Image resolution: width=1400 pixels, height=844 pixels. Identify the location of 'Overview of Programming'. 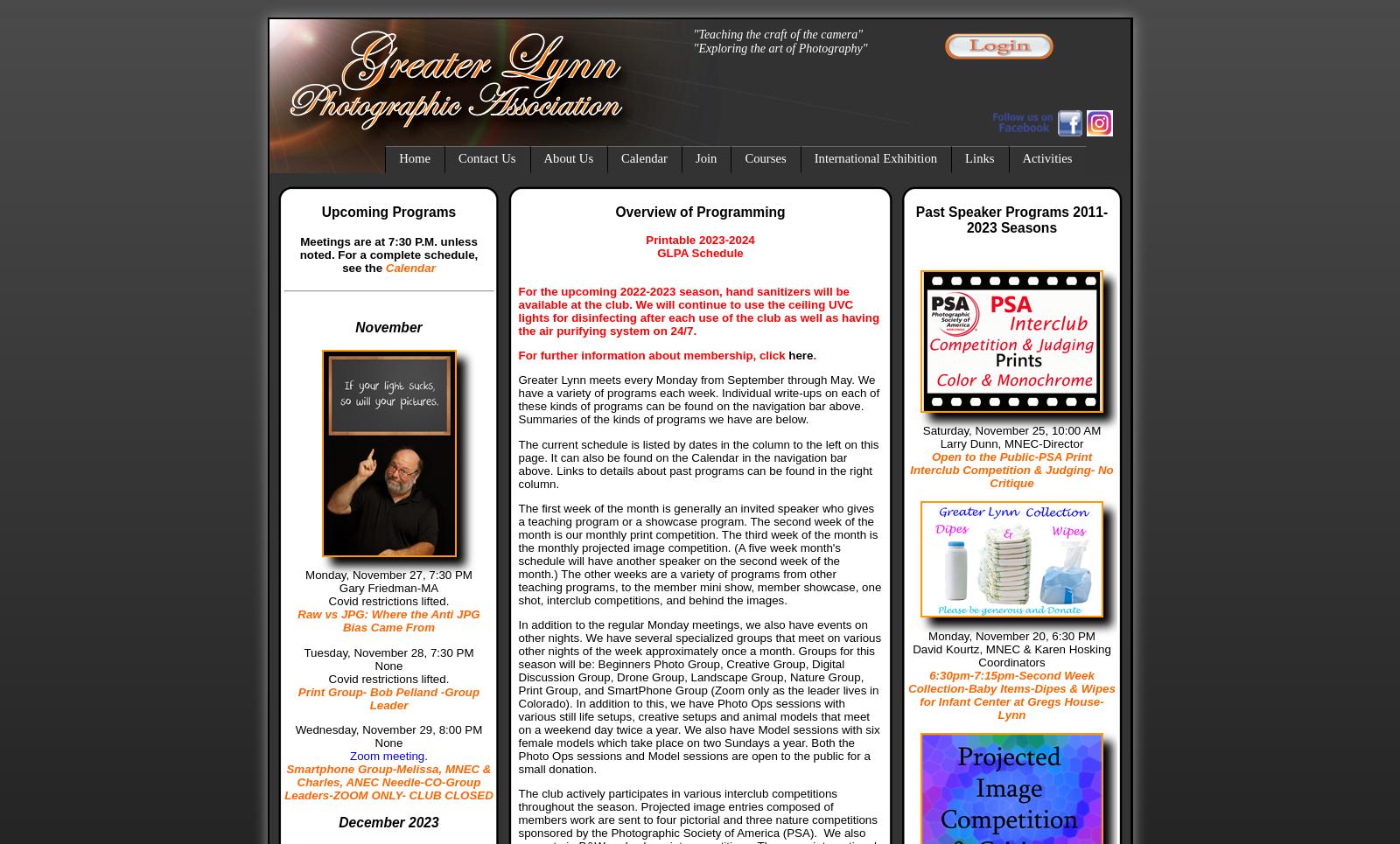
(700, 210).